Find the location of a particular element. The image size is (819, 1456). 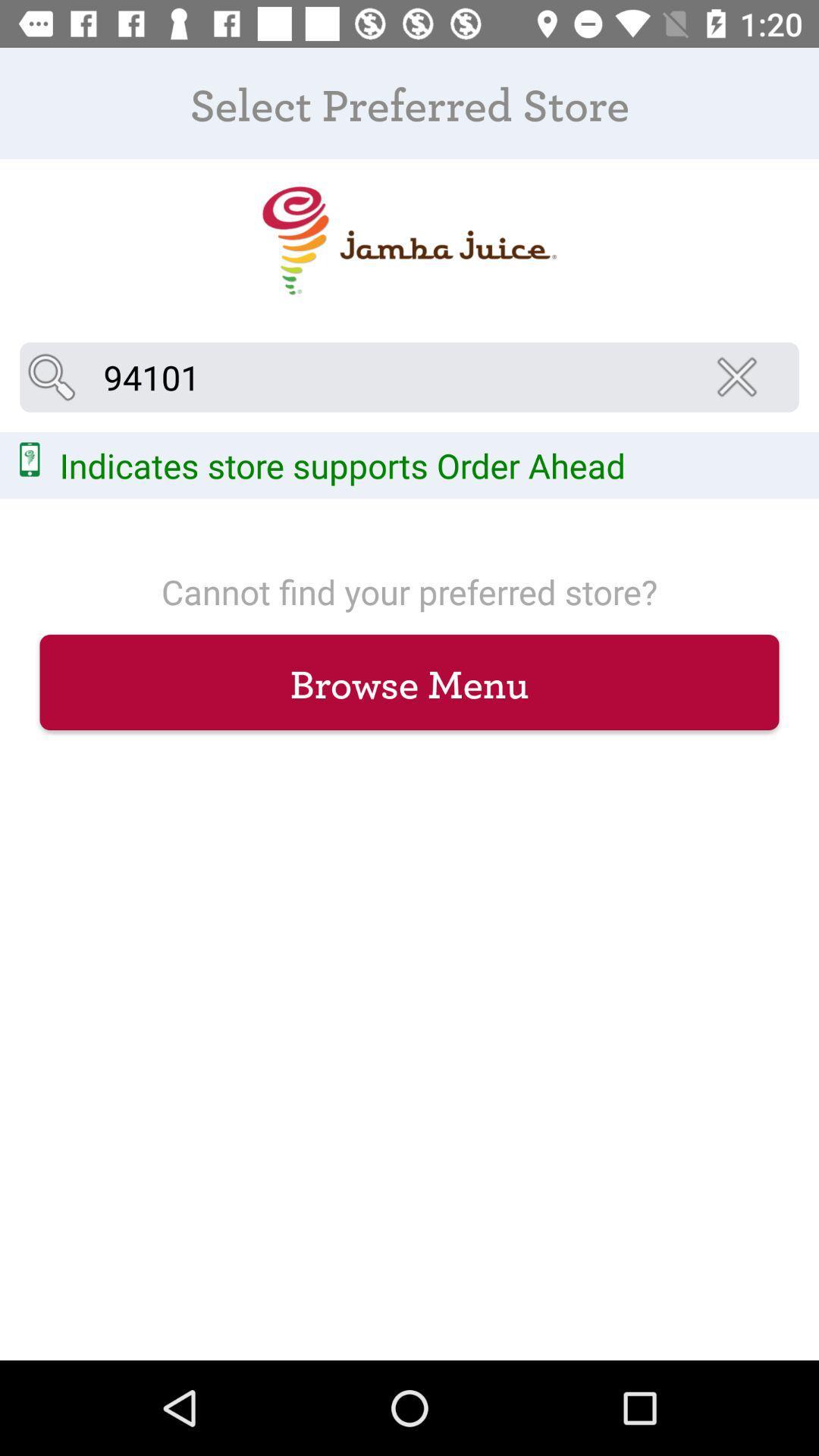

the close icon is located at coordinates (741, 377).